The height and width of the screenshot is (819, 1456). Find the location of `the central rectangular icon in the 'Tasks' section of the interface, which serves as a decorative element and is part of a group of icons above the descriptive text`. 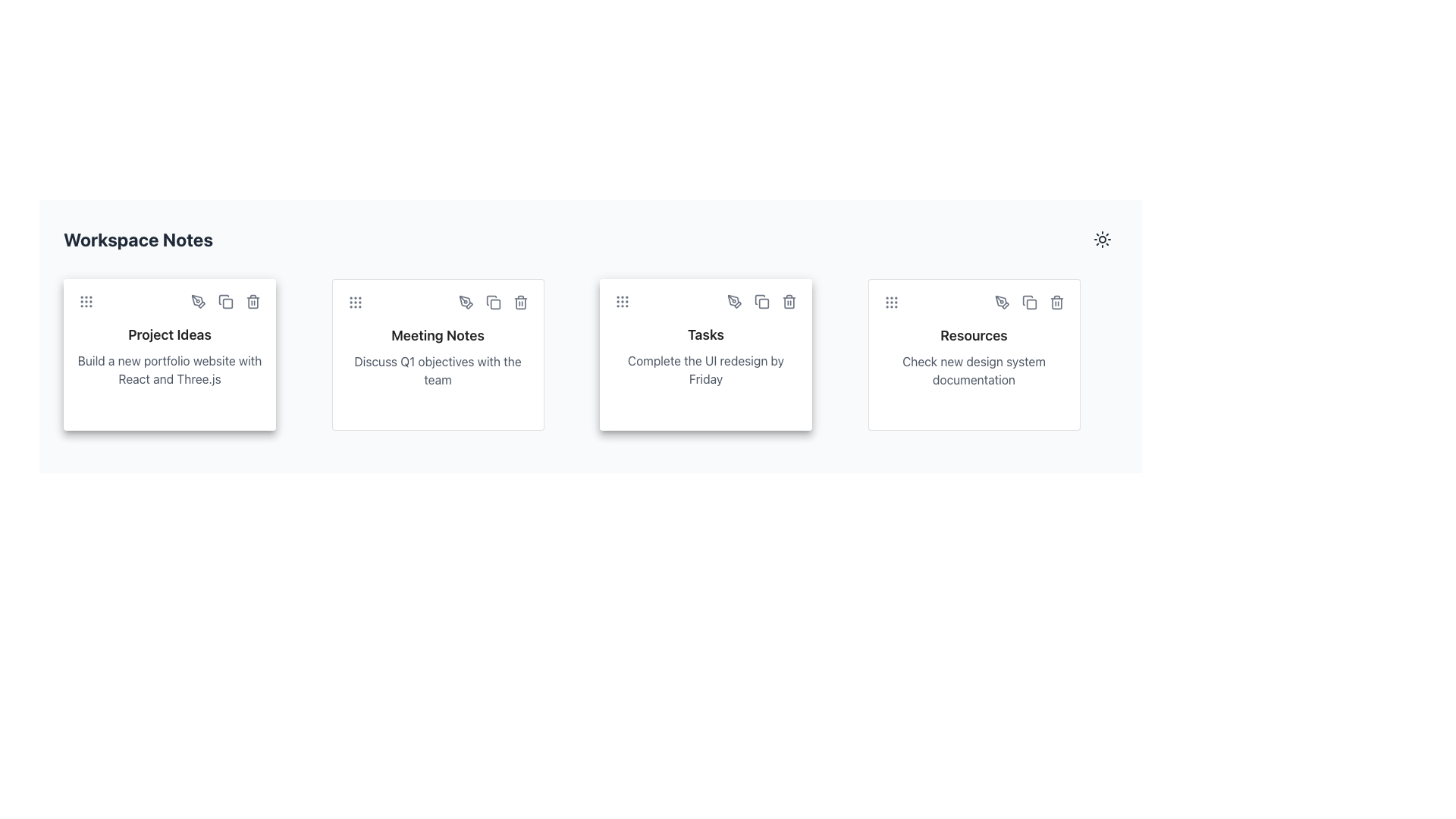

the central rectangular icon in the 'Tasks' section of the interface, which serves as a decorative element and is part of a group of icons above the descriptive text is located at coordinates (764, 303).